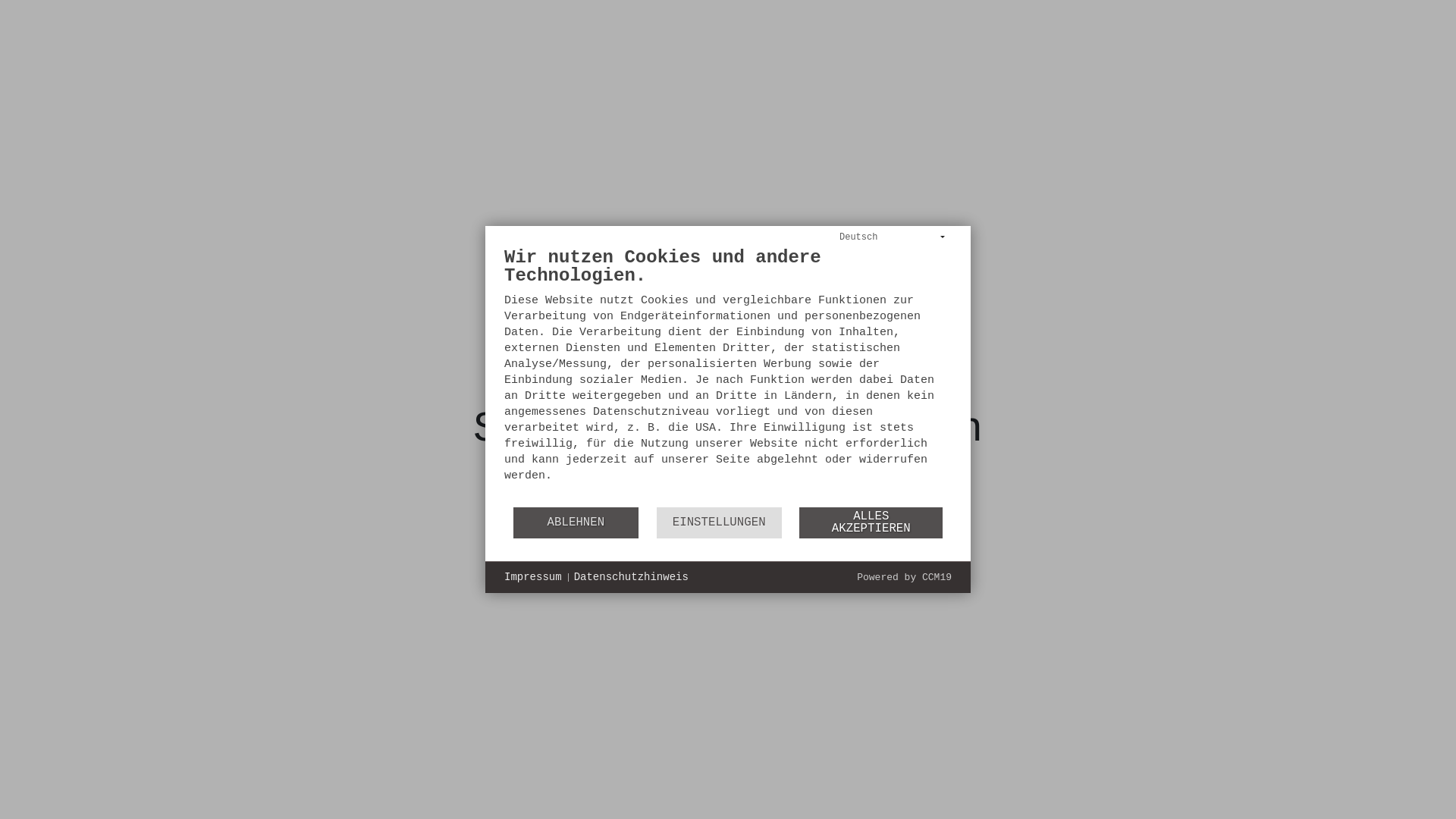  Describe the element at coordinates (631, 578) in the screenshot. I see `'Datenschutzhinweis'` at that location.